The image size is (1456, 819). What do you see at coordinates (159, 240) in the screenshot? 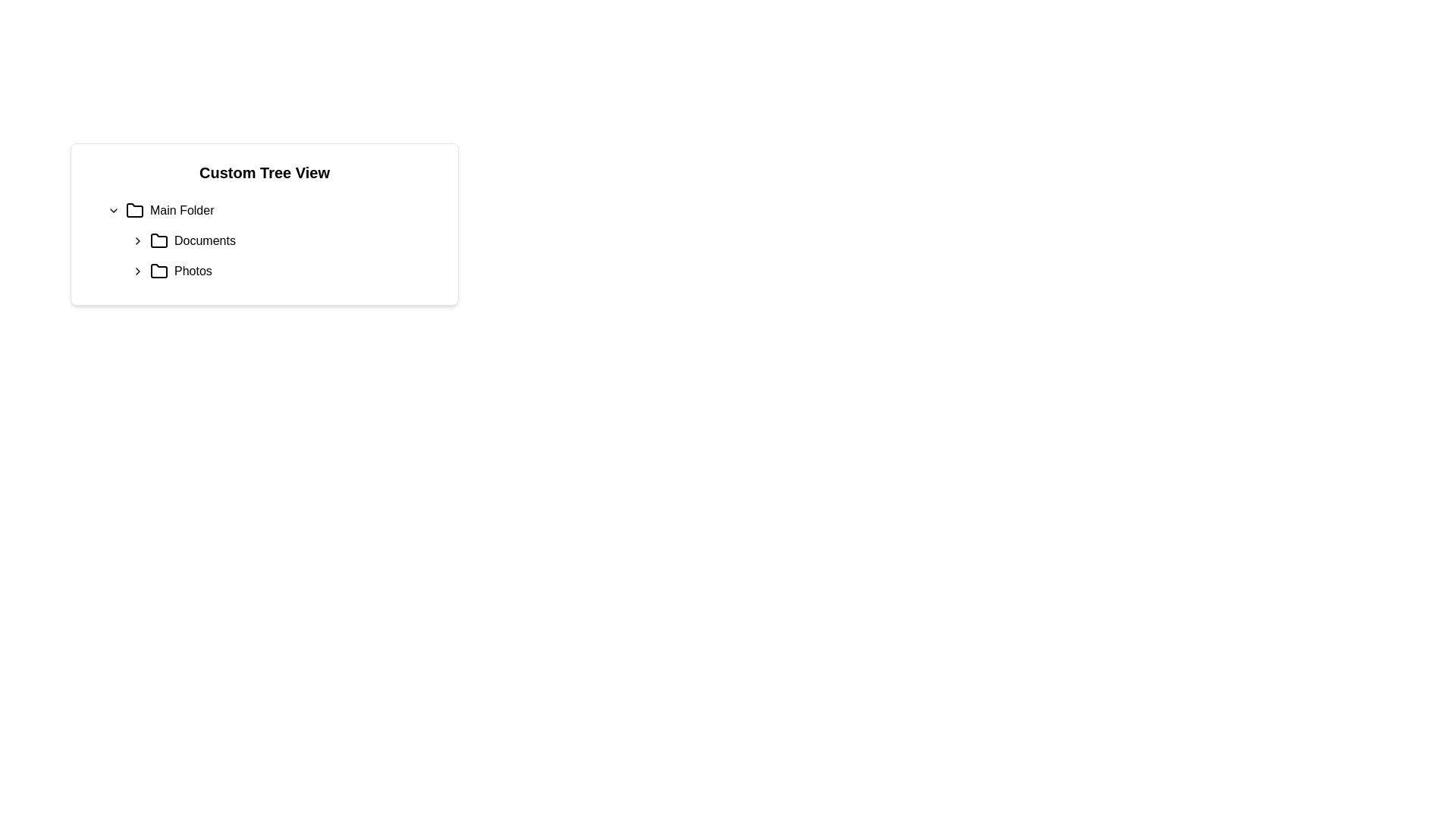
I see `the folder icon that visually represents a folder in the tree view interface, located adjacent to the 'Documents' label` at bounding box center [159, 240].